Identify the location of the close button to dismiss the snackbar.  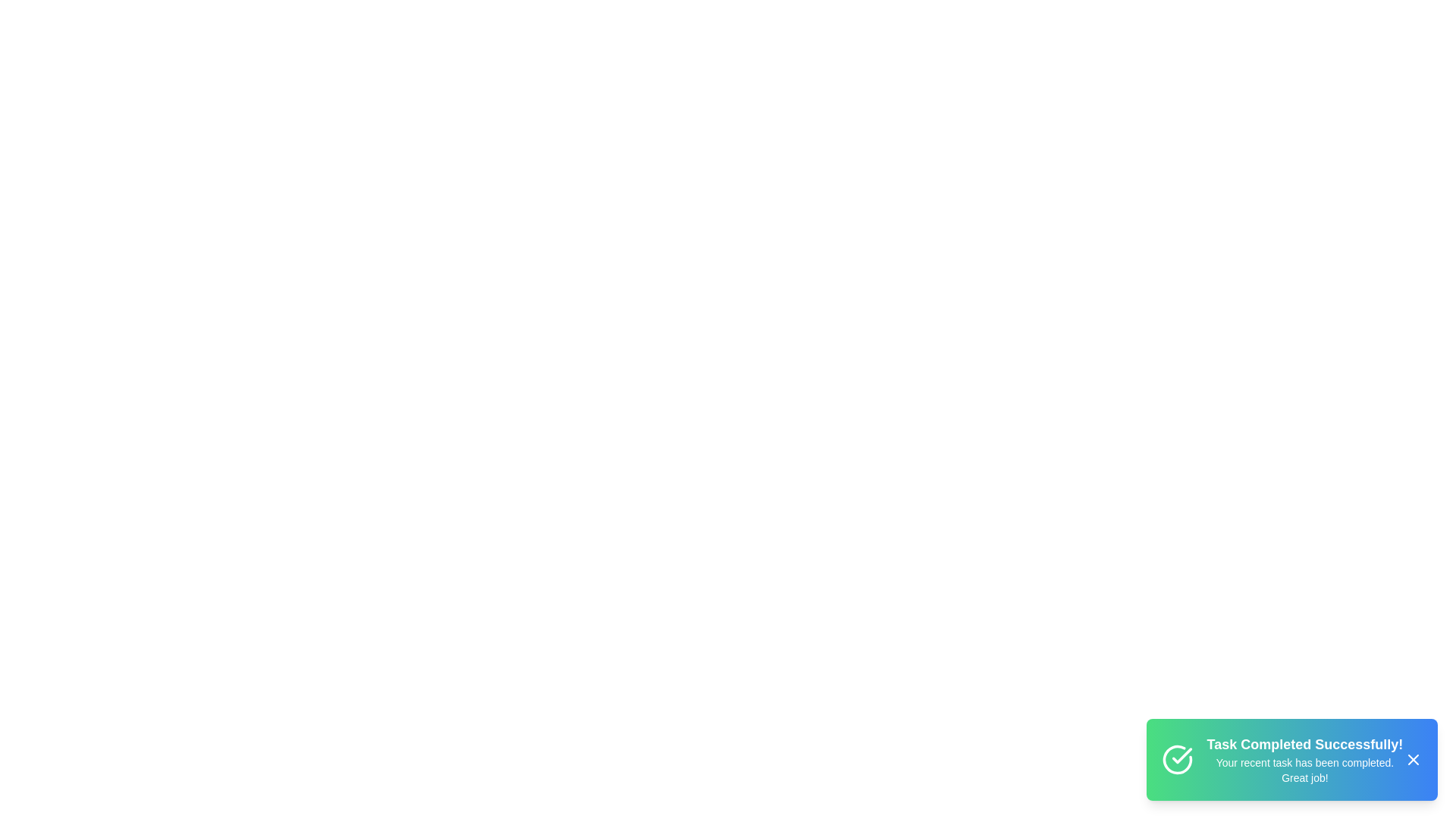
(1412, 760).